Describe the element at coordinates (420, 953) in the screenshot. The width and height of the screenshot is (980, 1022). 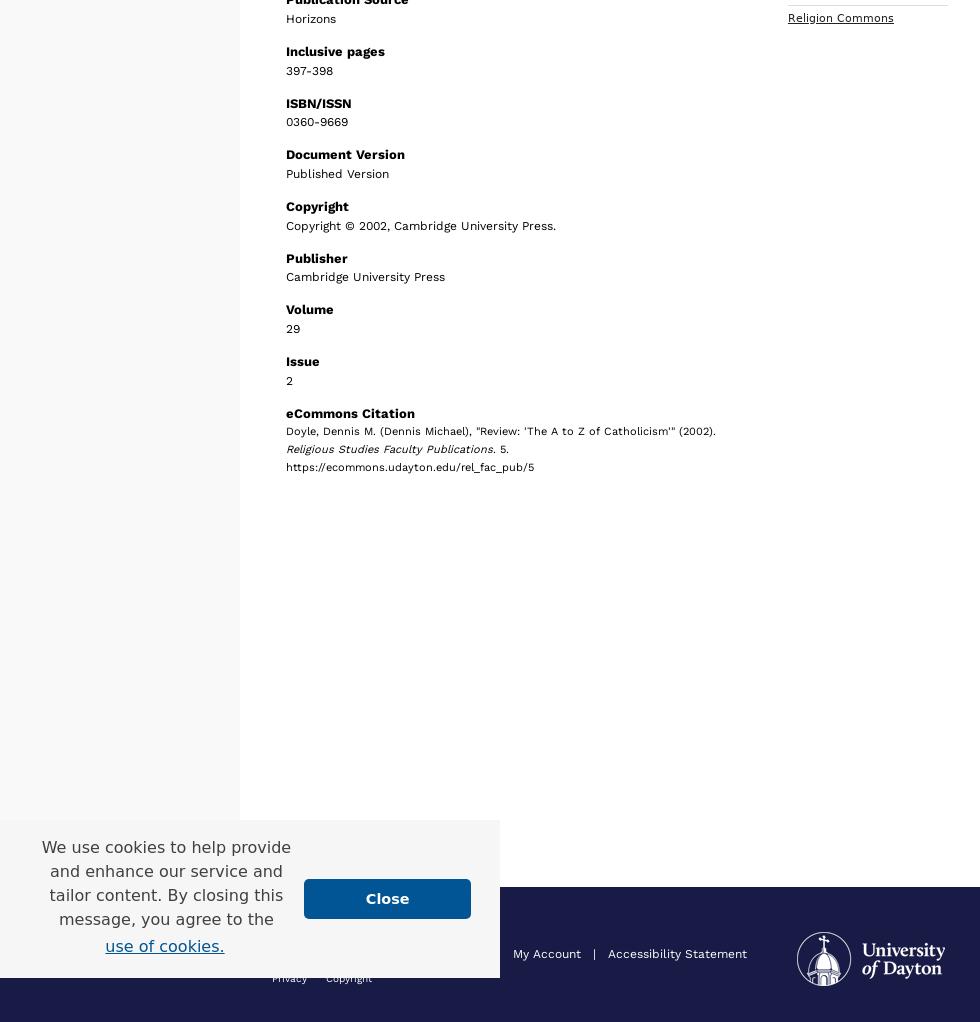
I see `'About'` at that location.